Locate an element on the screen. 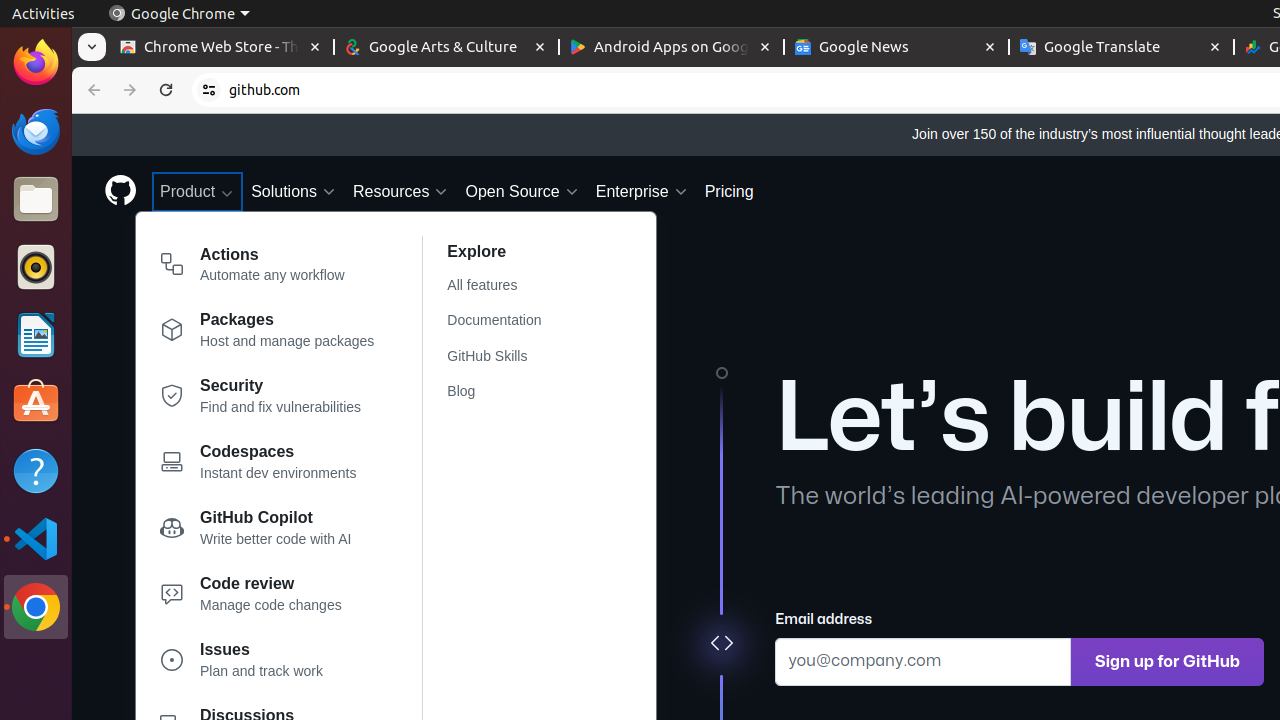  'Open Source' is located at coordinates (522, 191).